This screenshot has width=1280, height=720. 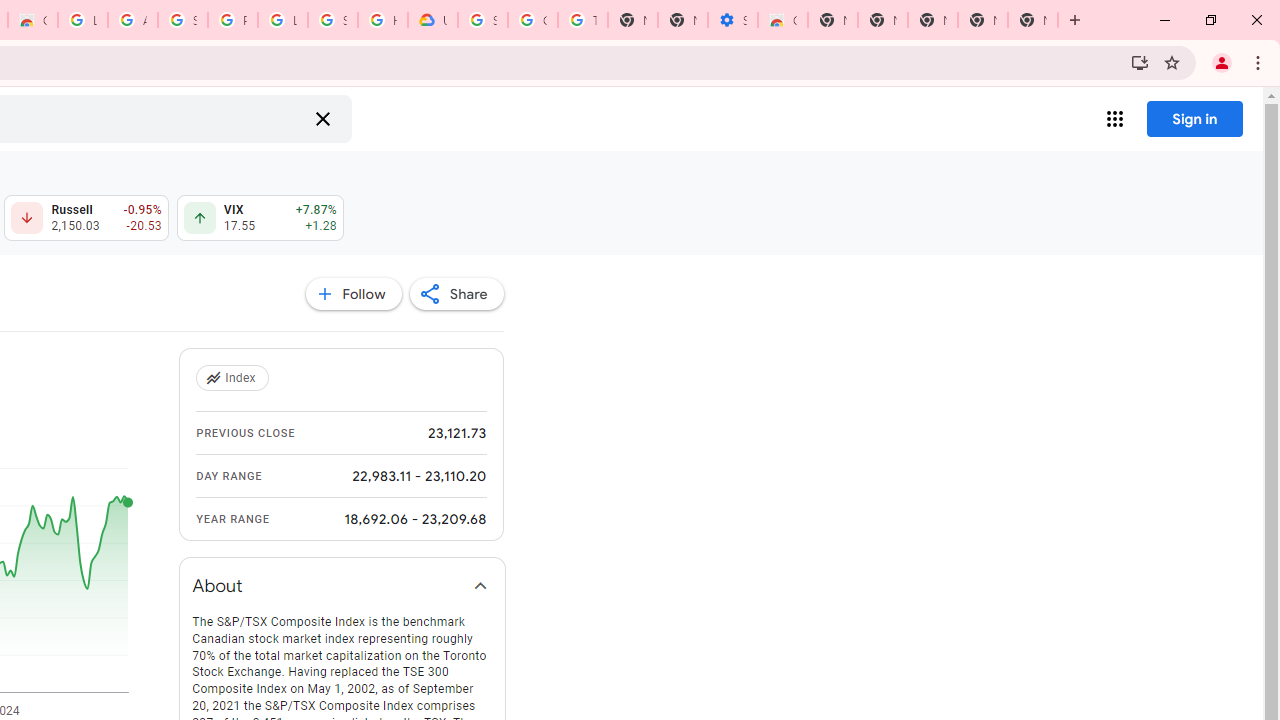 I want to click on 'Sign in - Google Accounts', so click(x=333, y=20).